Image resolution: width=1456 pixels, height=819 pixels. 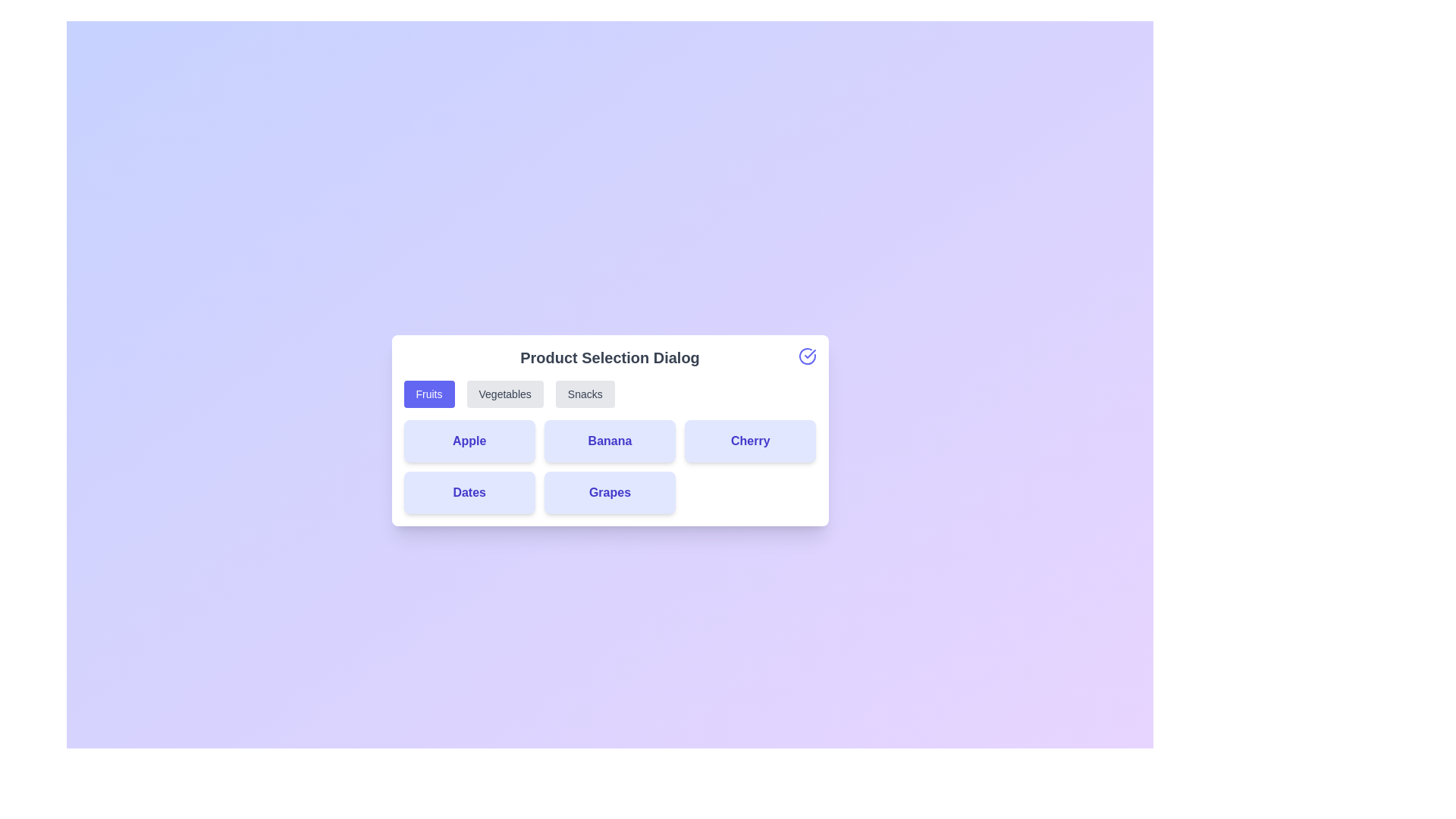 I want to click on the Vegetables category button to switch to that category, so click(x=505, y=394).